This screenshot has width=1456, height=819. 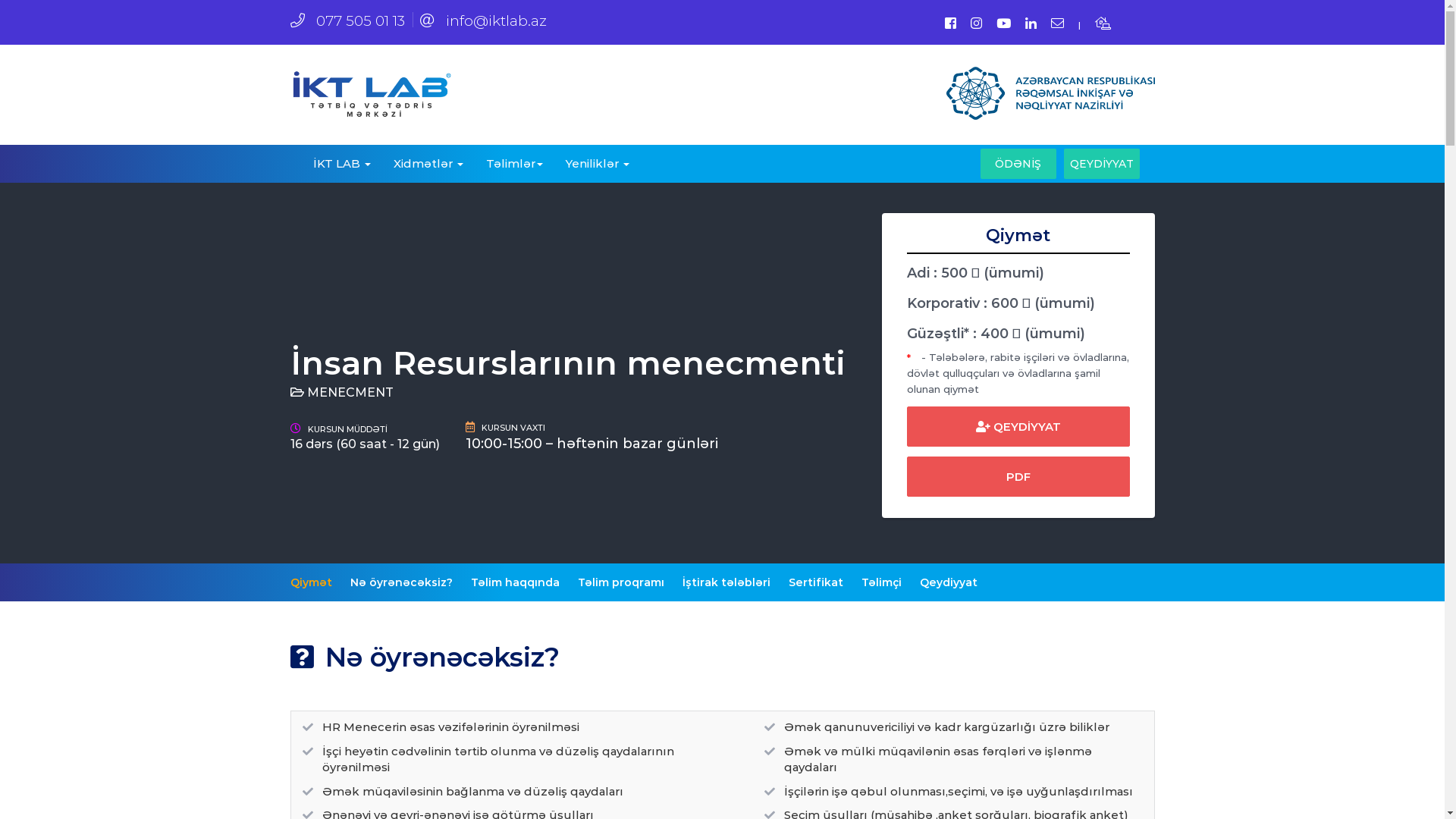 What do you see at coordinates (346, 20) in the screenshot?
I see `'077 505 01 13'` at bounding box center [346, 20].